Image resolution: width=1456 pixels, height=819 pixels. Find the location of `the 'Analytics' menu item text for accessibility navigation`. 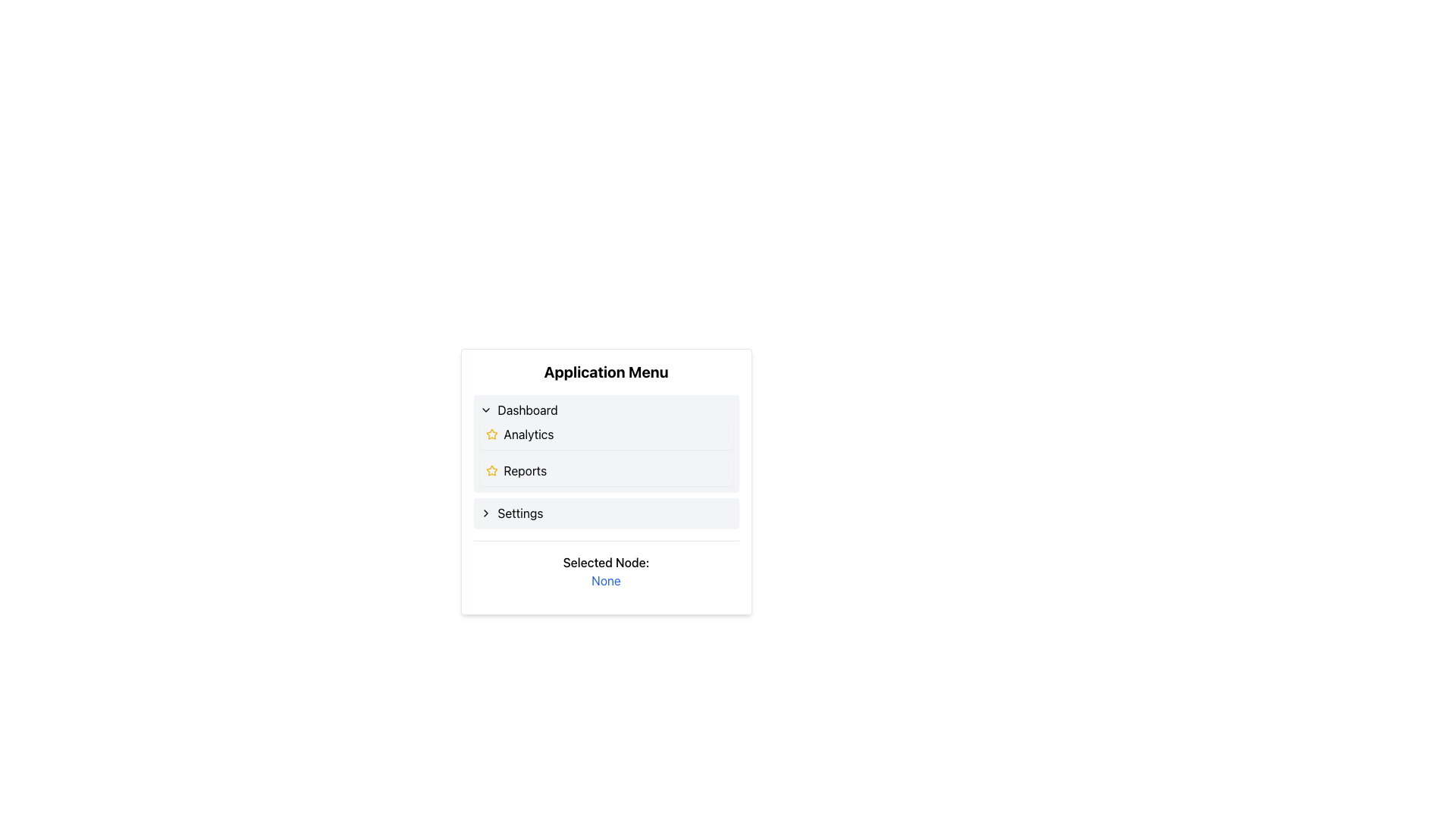

the 'Analytics' menu item text for accessibility navigation is located at coordinates (605, 435).